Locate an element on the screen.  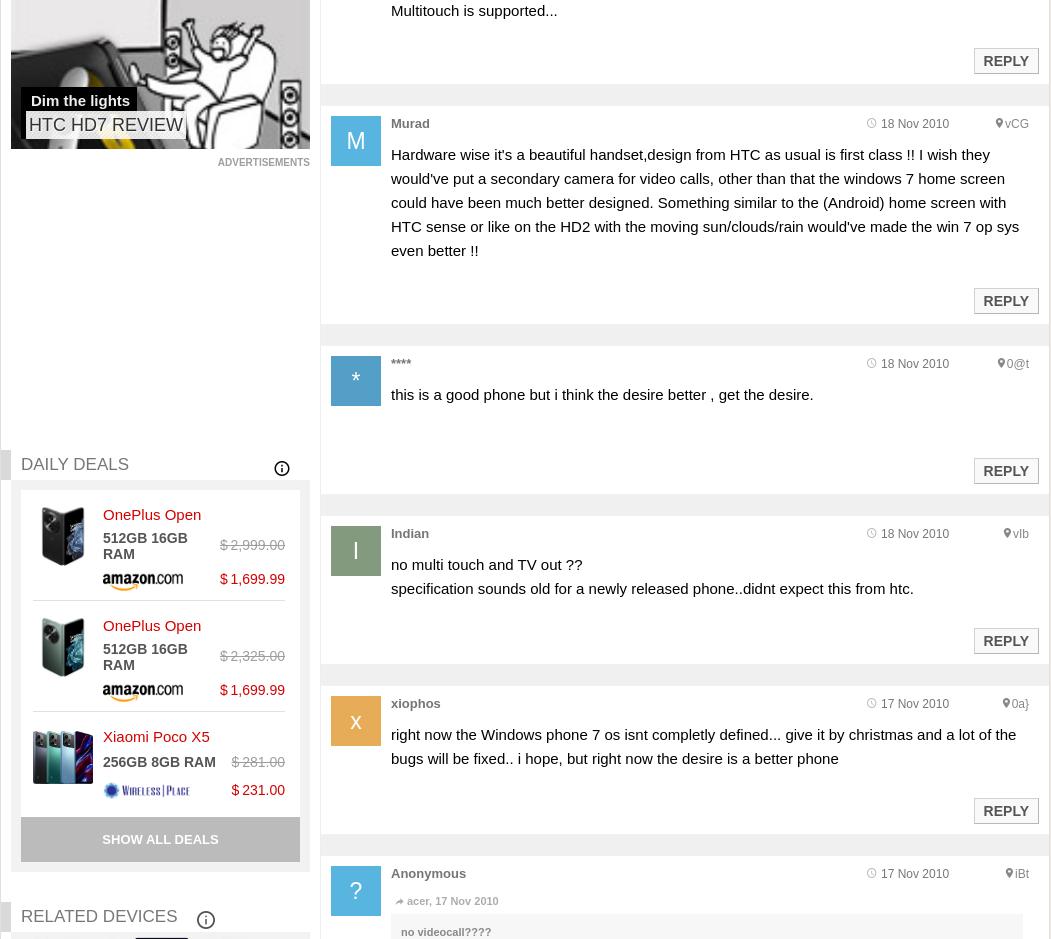
'Show all deals' is located at coordinates (158, 837).